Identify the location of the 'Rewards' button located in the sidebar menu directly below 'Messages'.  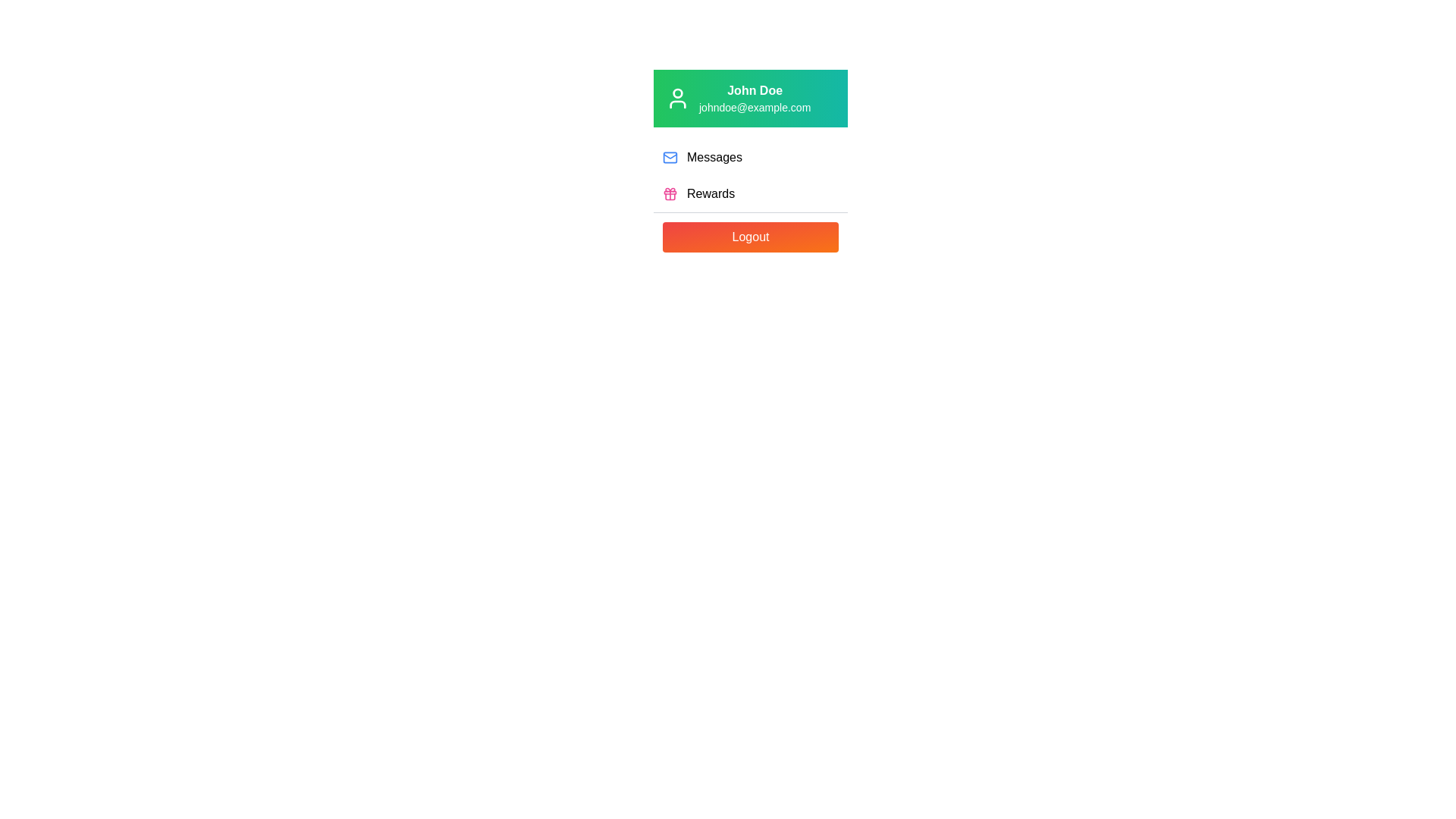
(750, 193).